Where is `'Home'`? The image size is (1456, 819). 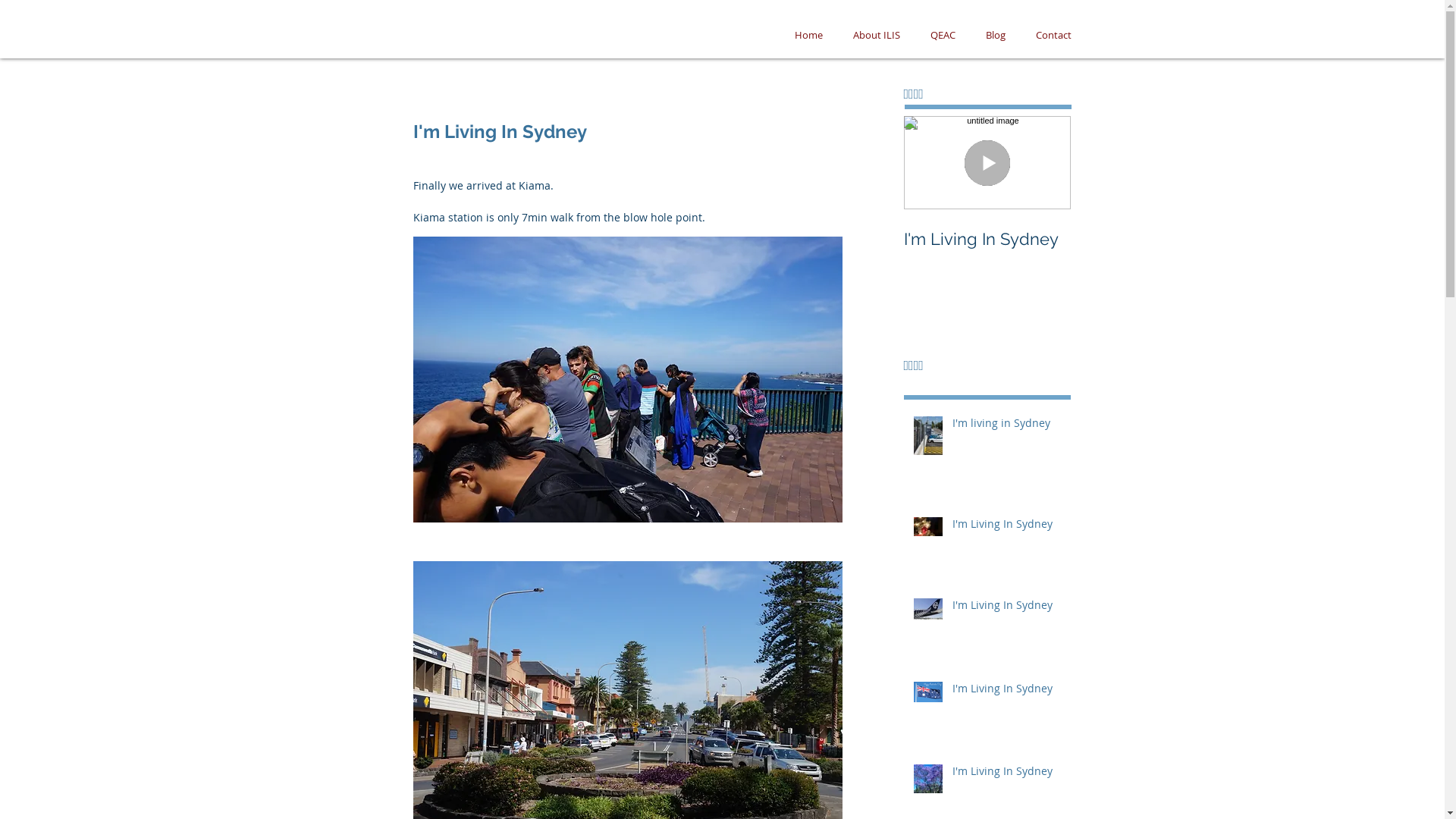 'Home' is located at coordinates (808, 34).